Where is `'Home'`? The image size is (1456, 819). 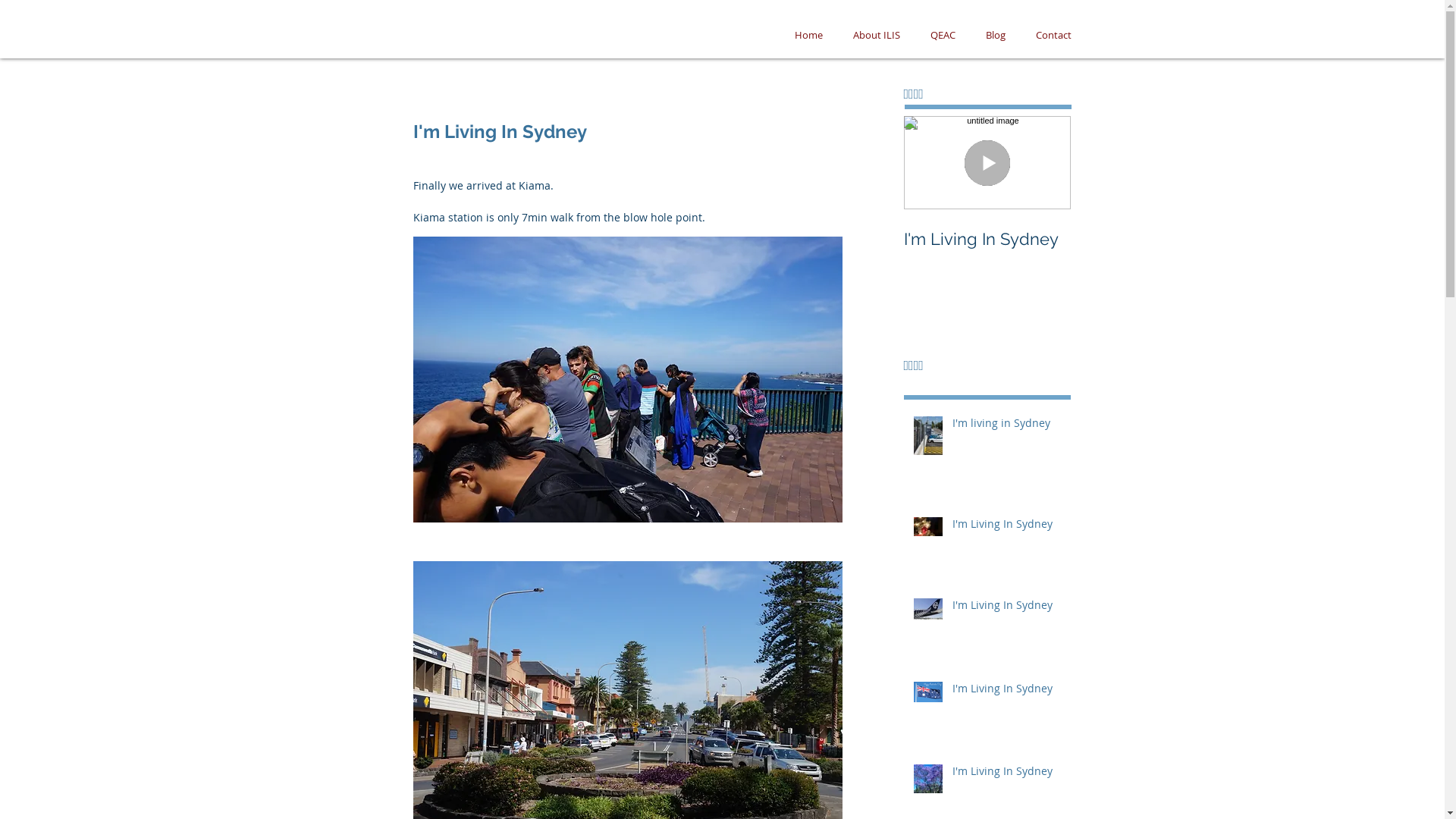 'Home' is located at coordinates (808, 34).